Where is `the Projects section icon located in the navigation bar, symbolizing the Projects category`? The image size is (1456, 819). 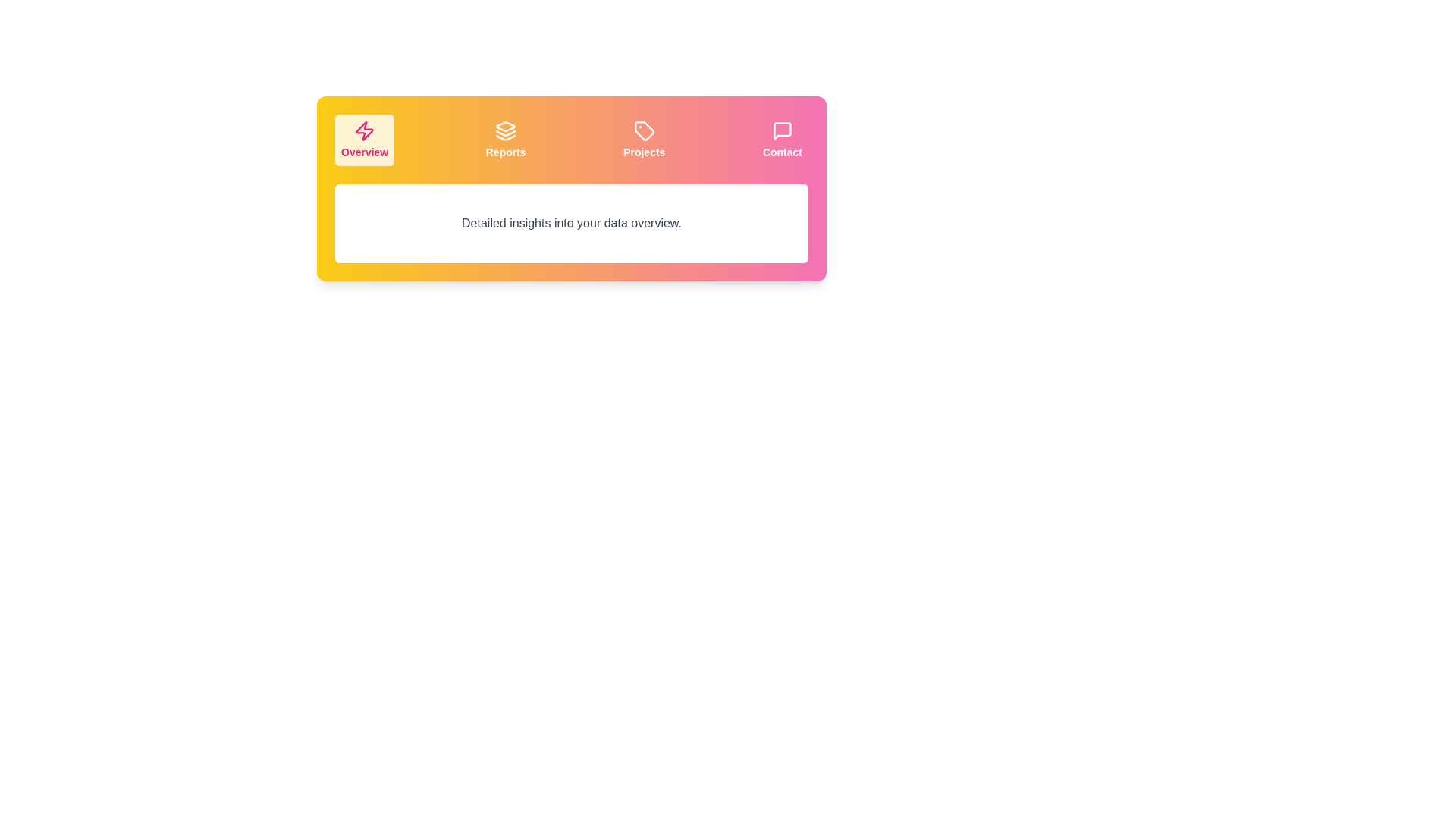
the Projects section icon located in the navigation bar, symbolizing the Projects category is located at coordinates (644, 130).